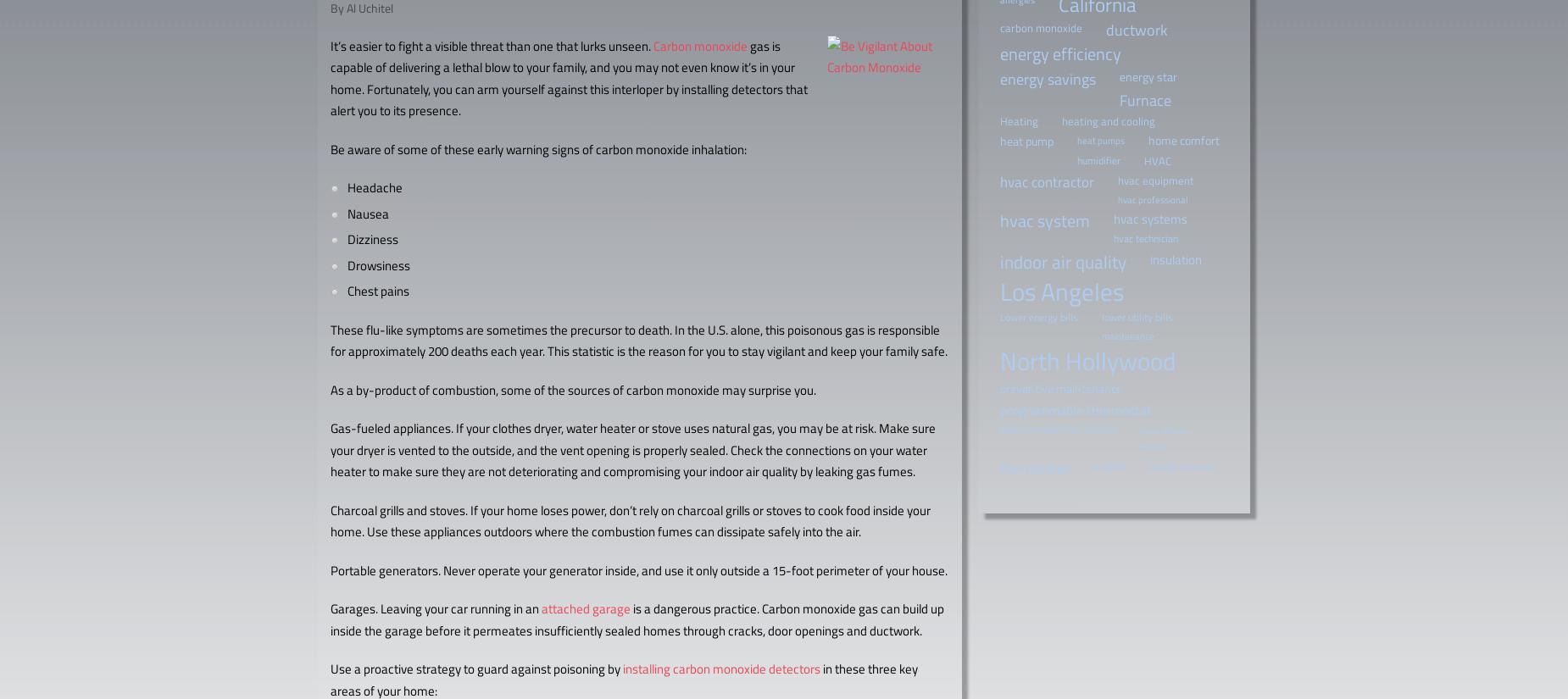 This screenshot has width=1568, height=699. What do you see at coordinates (492, 45) in the screenshot?
I see `'It’s easier to fight a visible threat than one that lurks unseen.'` at bounding box center [492, 45].